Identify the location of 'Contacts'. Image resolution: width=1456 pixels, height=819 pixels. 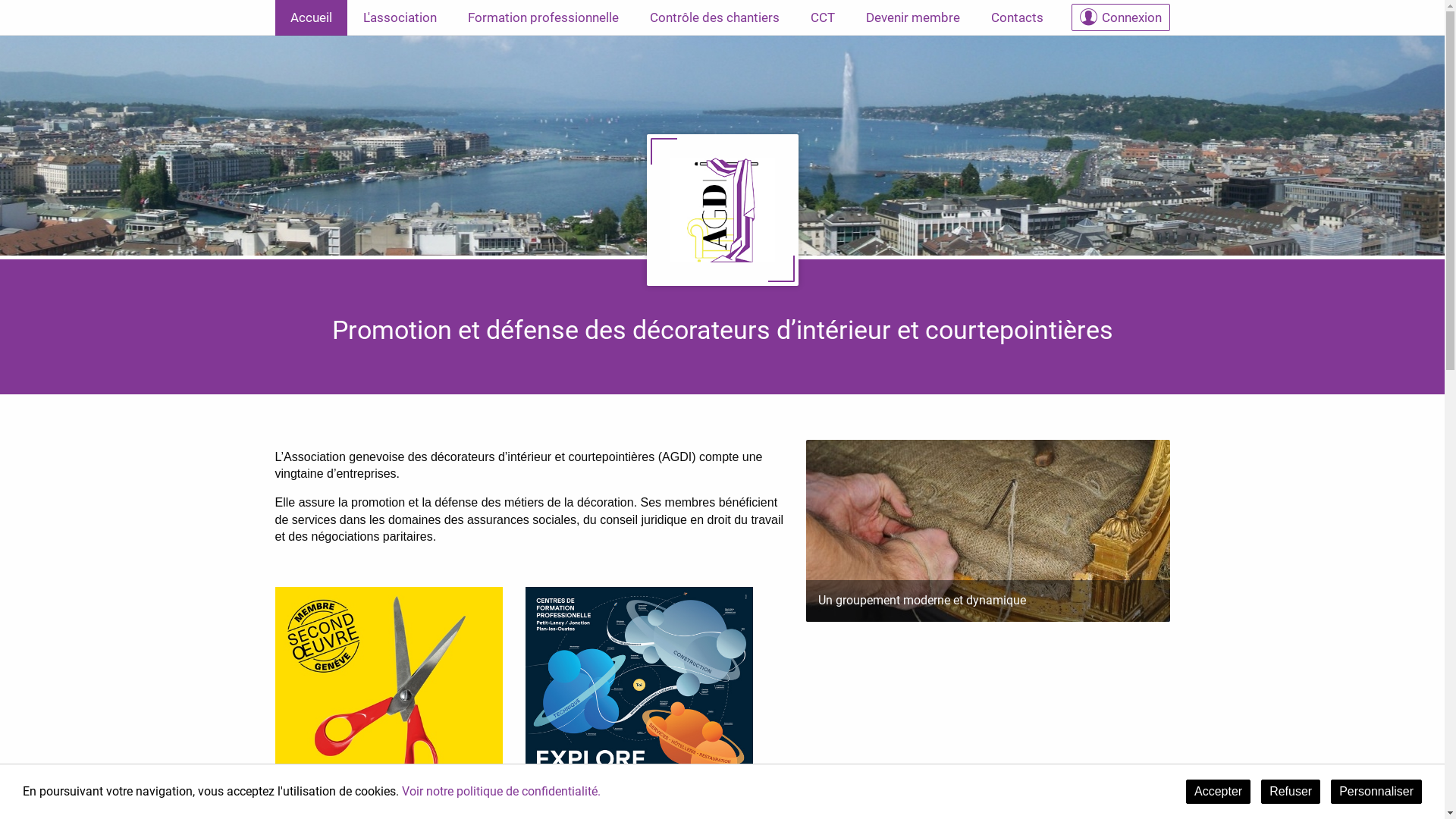
(1016, 17).